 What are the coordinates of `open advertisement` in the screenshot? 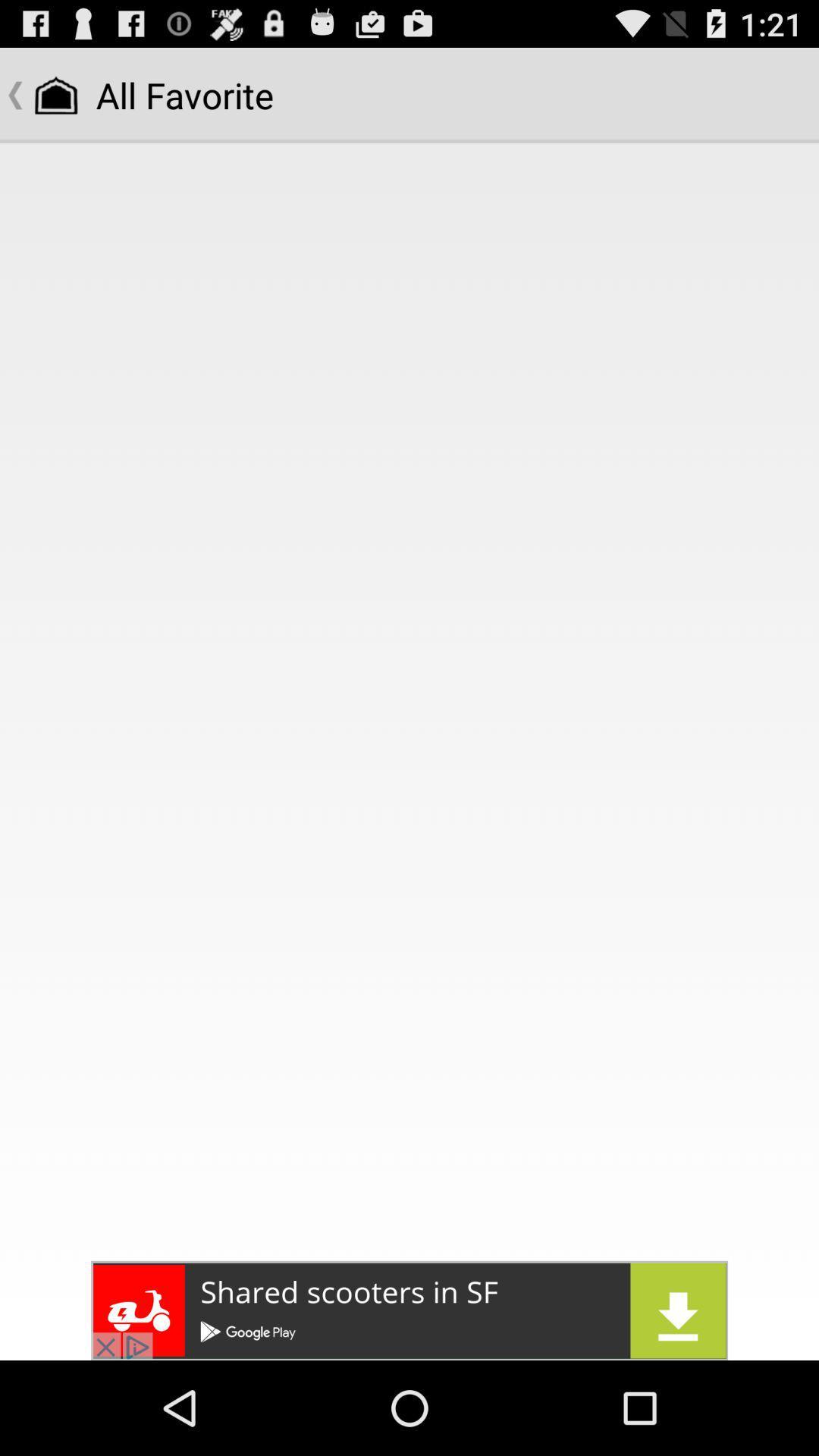 It's located at (409, 1310).